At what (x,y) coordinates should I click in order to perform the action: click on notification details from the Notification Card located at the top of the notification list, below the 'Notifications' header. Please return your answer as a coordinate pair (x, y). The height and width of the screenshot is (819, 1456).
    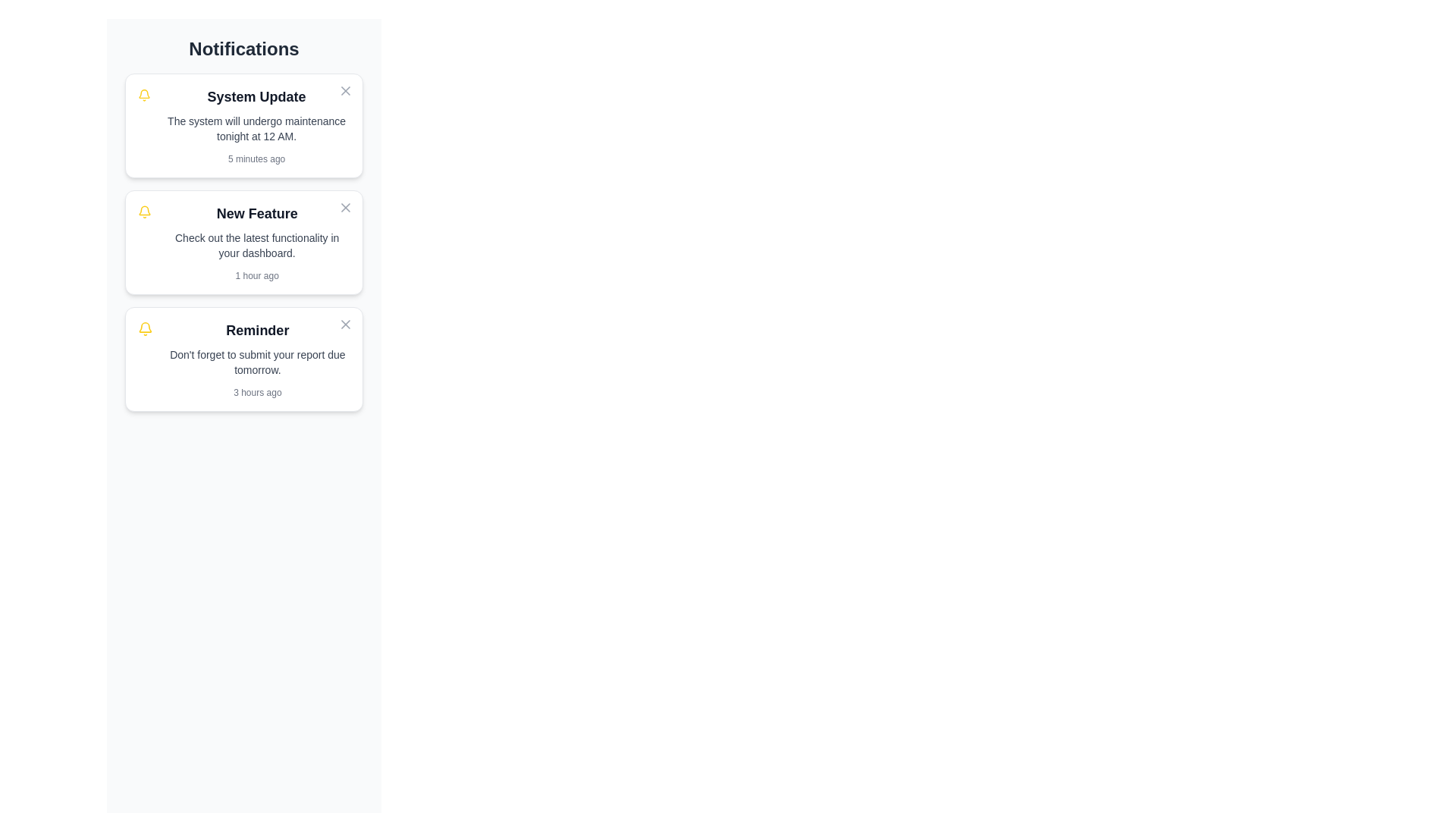
    Looking at the image, I should click on (256, 124).